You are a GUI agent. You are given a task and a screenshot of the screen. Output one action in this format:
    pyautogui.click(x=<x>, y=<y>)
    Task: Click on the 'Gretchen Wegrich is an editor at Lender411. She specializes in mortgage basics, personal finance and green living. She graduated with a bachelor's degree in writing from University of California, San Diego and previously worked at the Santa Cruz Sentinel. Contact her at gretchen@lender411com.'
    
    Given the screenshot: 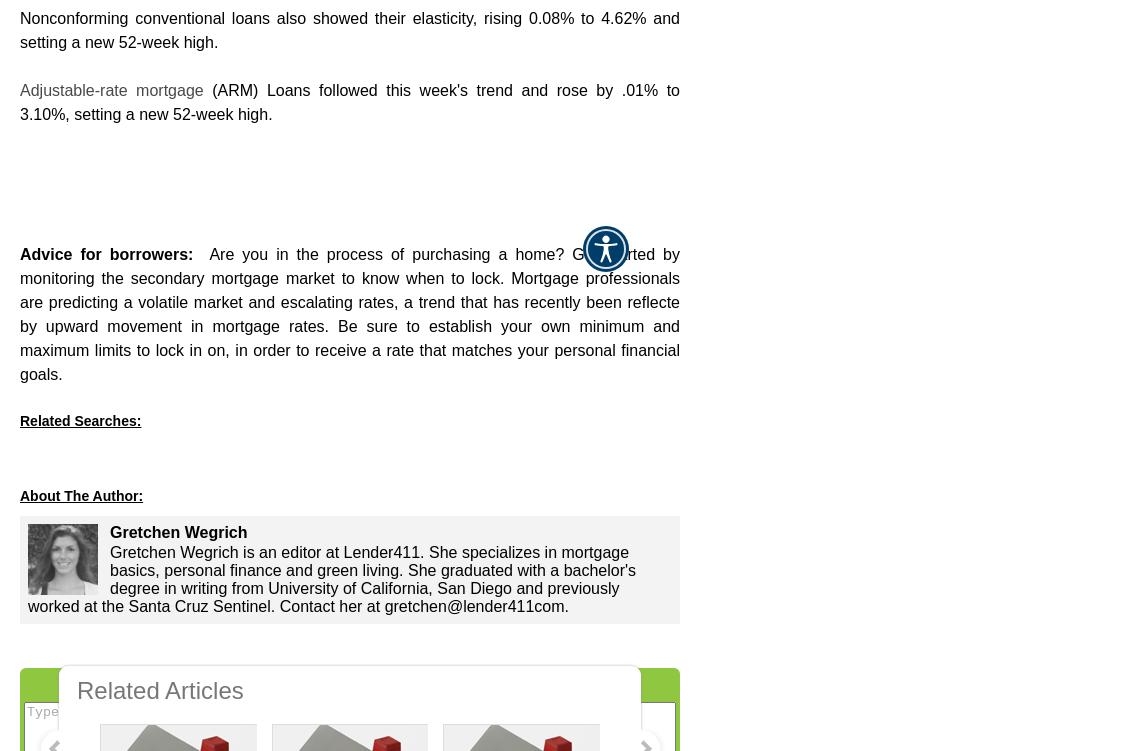 What is the action you would take?
    pyautogui.click(x=331, y=578)
    